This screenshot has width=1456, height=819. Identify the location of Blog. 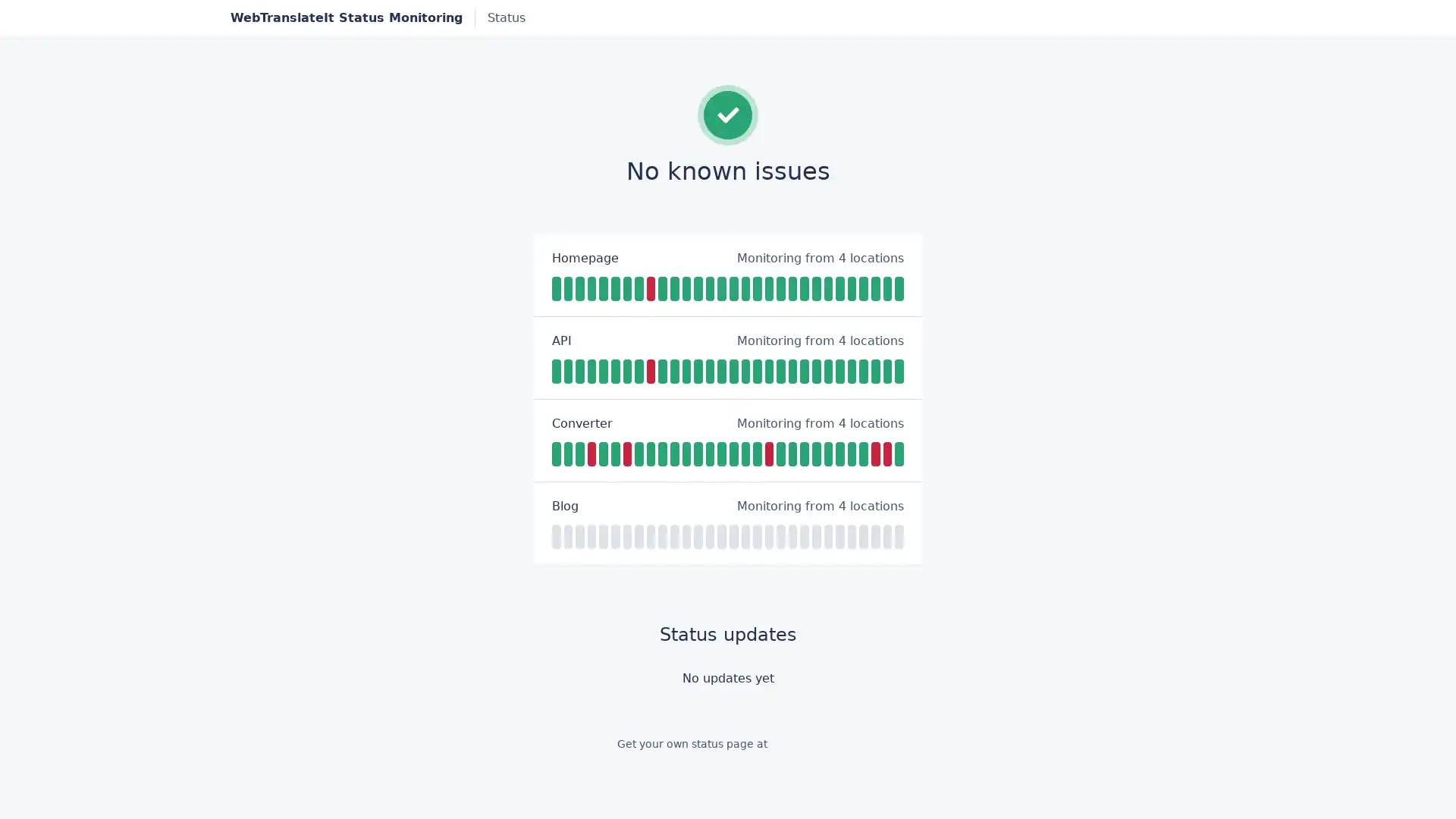
(564, 506).